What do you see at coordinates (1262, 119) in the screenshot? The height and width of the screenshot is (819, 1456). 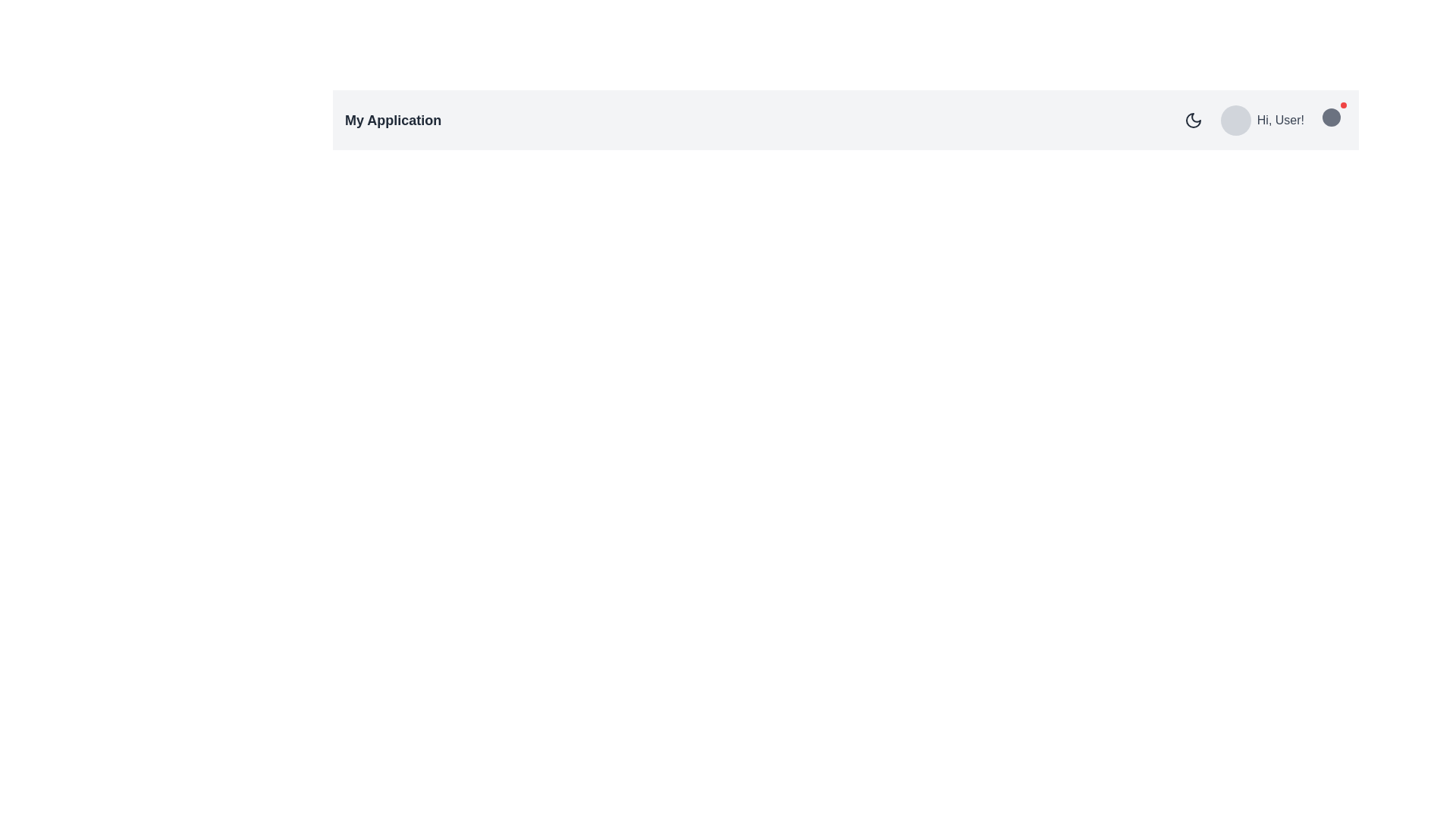 I see `the User greeting indicator that includes a gray circular avatar and the text 'Hi, User!' located in the top-right corner of the interface` at bounding box center [1262, 119].